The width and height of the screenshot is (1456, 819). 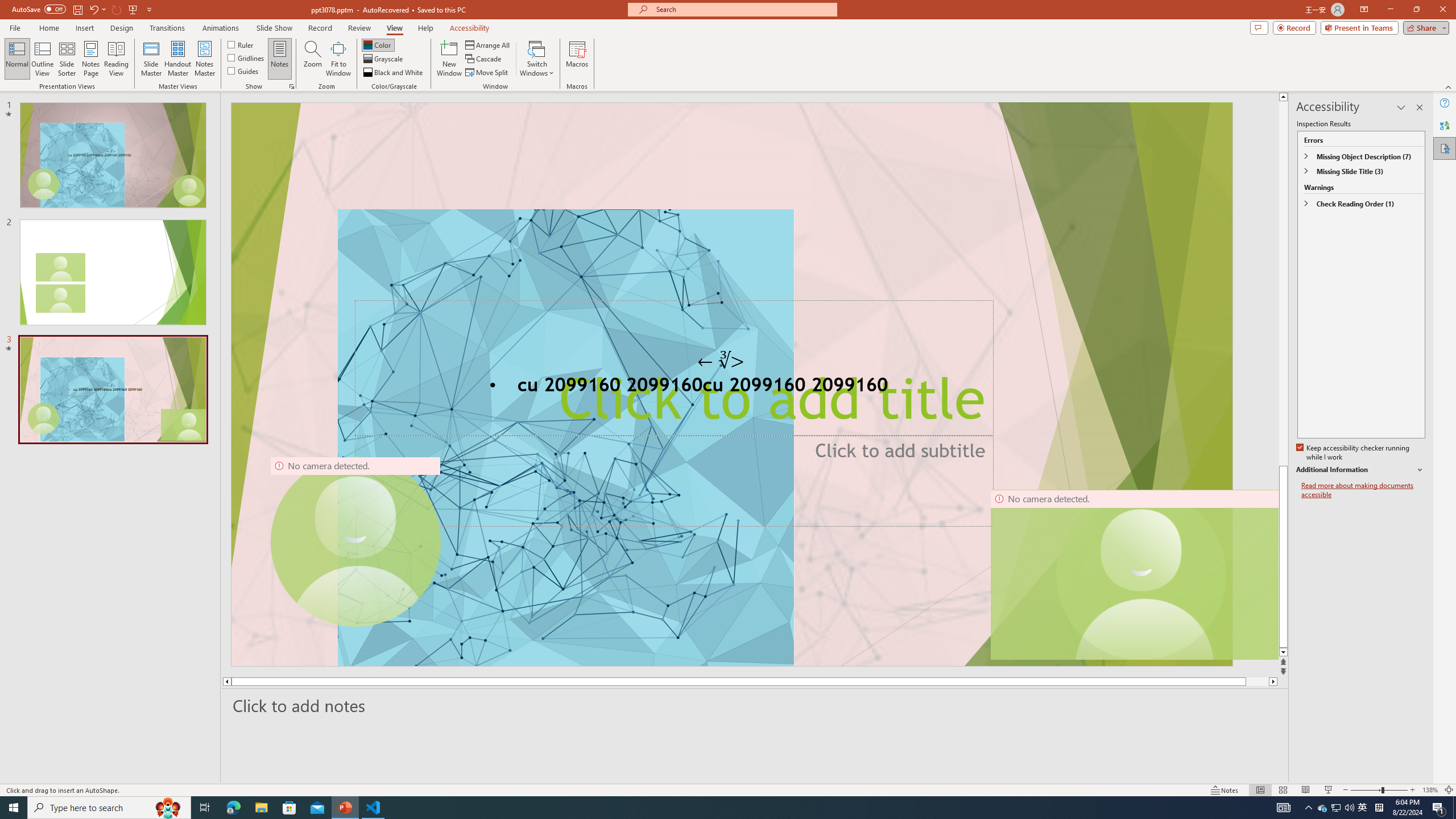 What do you see at coordinates (378, 44) in the screenshot?
I see `'Color'` at bounding box center [378, 44].